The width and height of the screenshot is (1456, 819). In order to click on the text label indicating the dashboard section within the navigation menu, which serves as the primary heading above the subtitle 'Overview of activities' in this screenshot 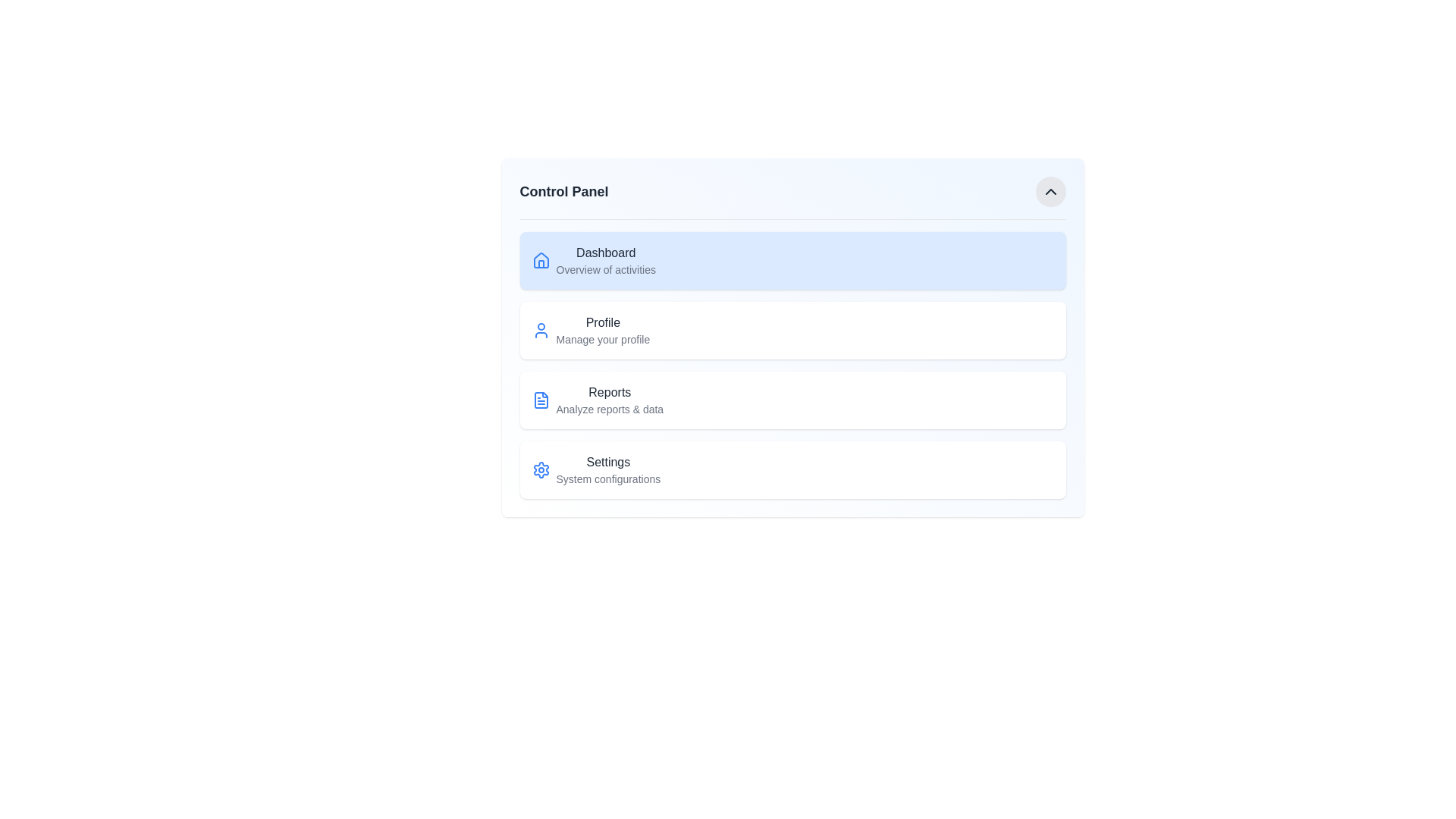, I will do `click(605, 253)`.